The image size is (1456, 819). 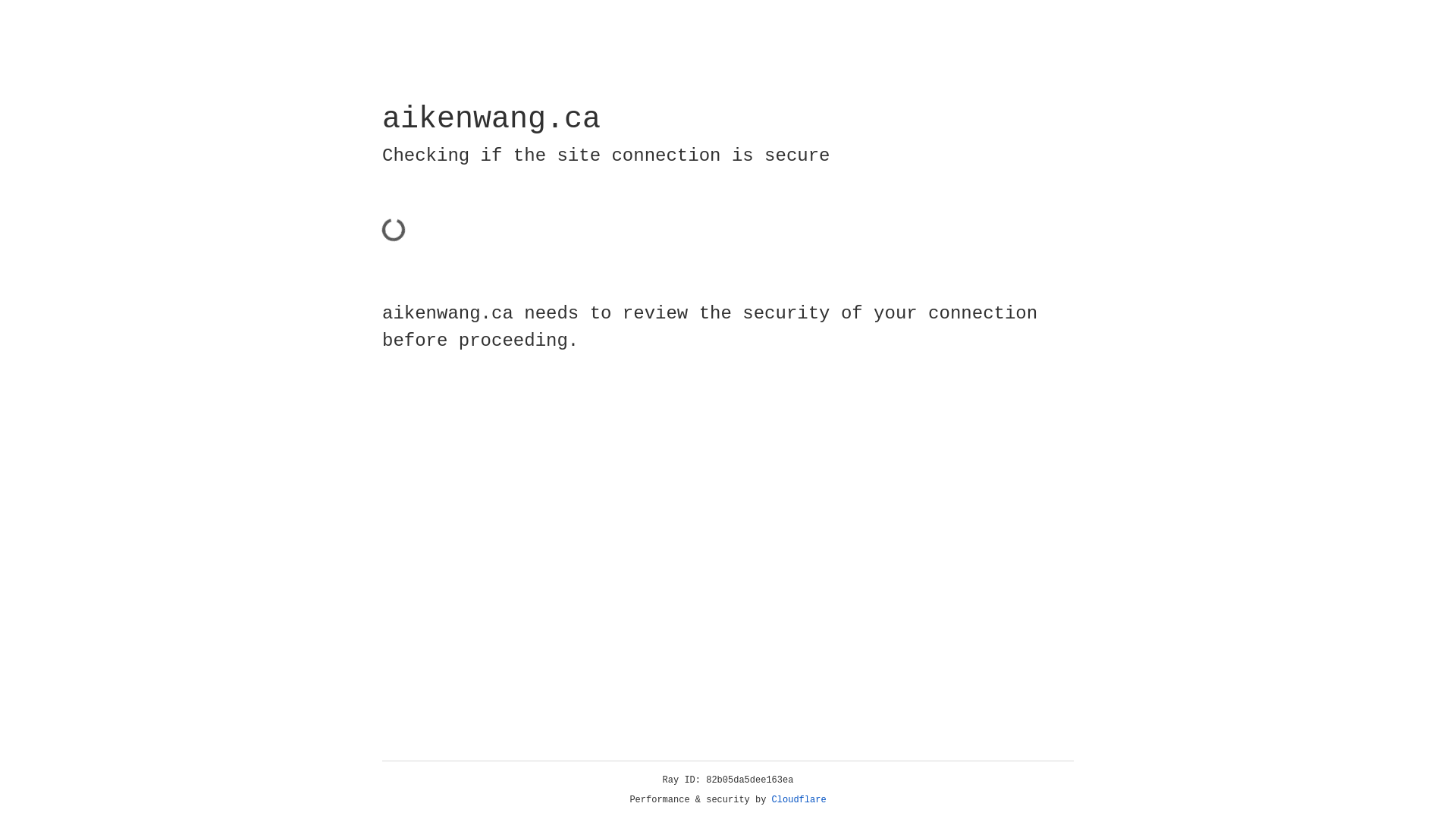 I want to click on 'Cloudflare', so click(x=799, y=799).